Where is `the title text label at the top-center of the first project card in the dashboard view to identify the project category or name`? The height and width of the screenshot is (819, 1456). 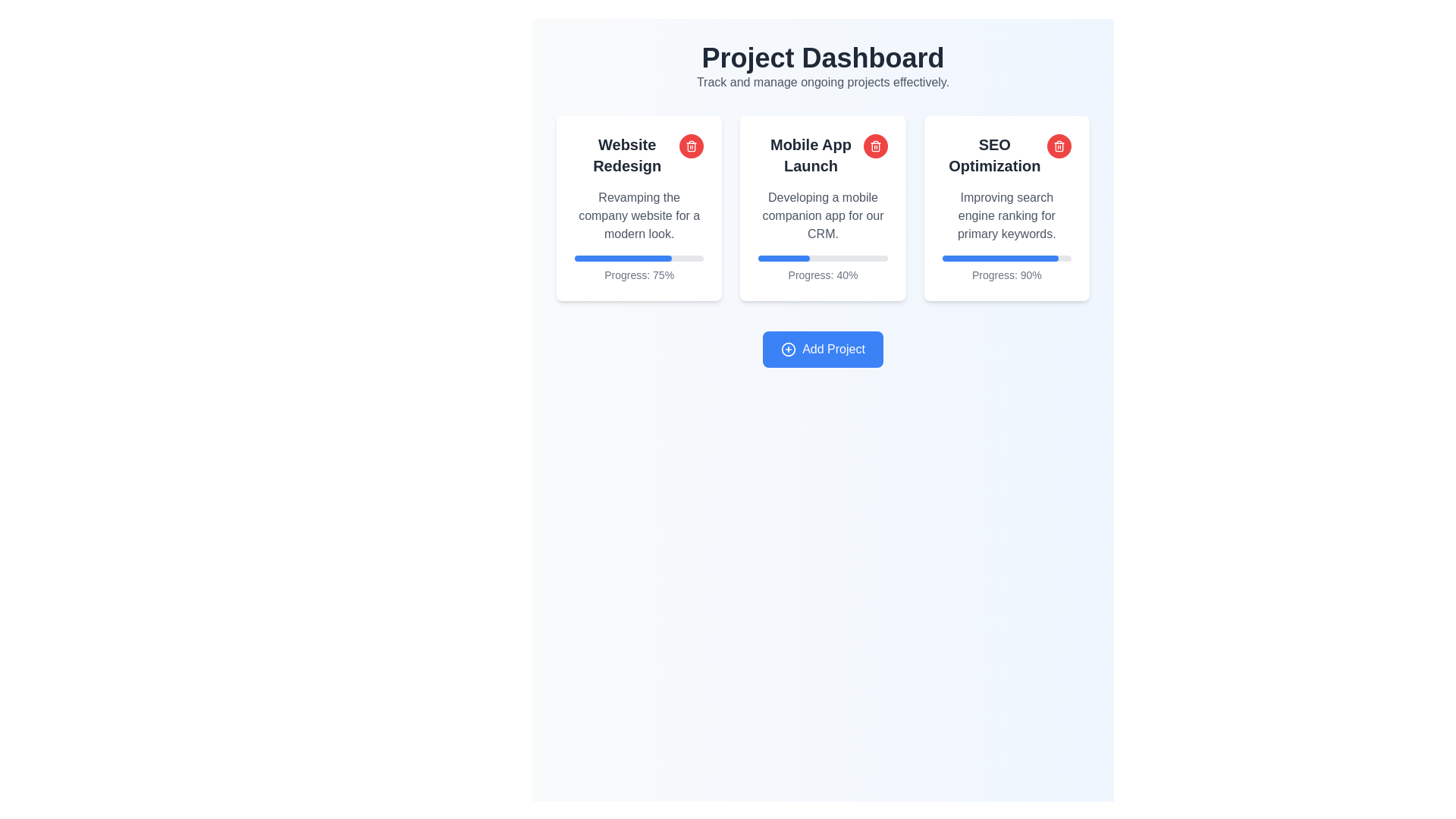
the title text label at the top-center of the first project card in the dashboard view to identify the project category or name is located at coordinates (627, 155).